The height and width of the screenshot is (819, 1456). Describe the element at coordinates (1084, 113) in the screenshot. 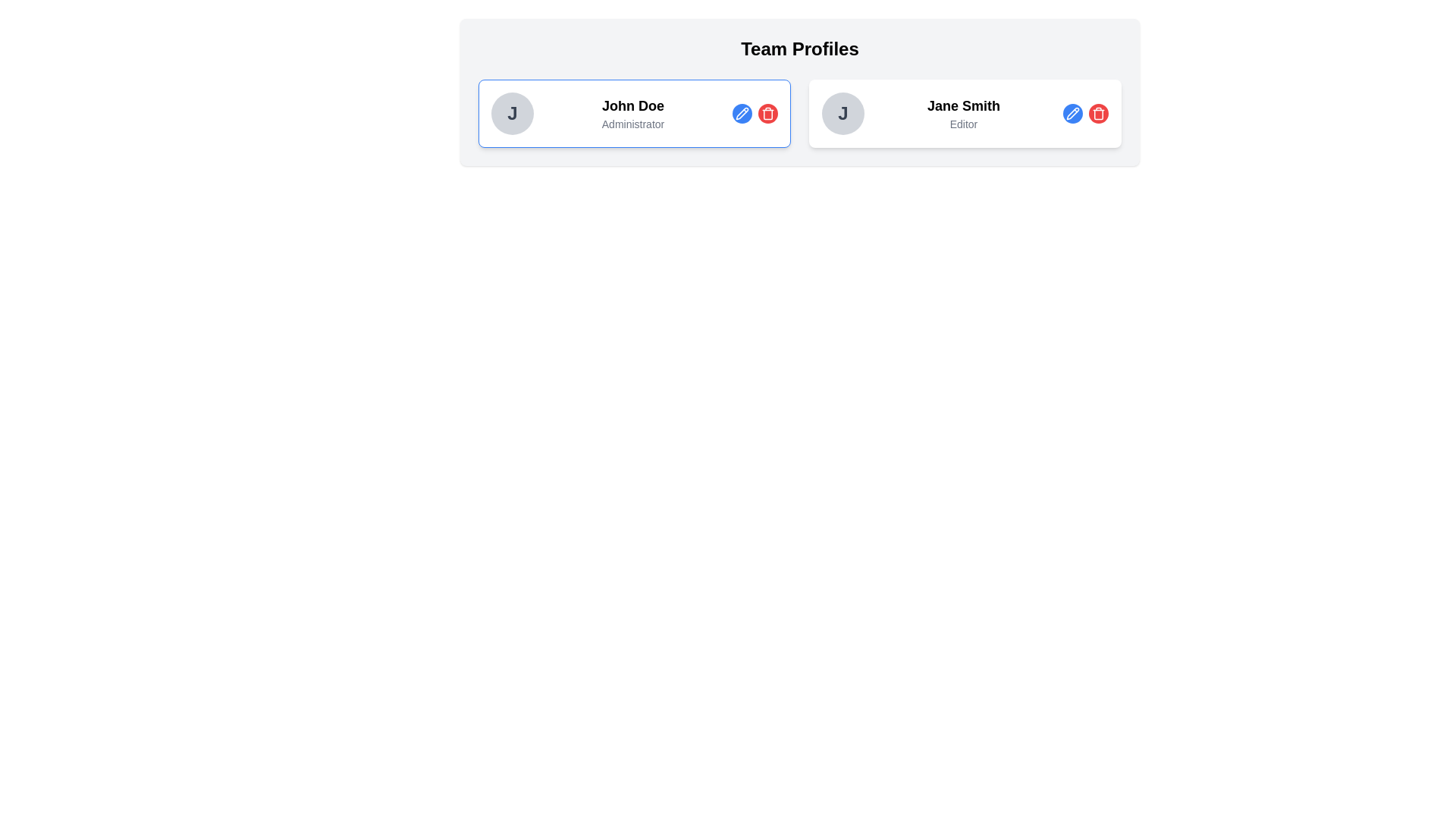

I see `navigation to interact with the action button group containing a blue pencil icon button and a red trash can icon button located to the right of 'Jane Smith' and 'Editor' in the second card of the 'Team Profiles' section` at that location.